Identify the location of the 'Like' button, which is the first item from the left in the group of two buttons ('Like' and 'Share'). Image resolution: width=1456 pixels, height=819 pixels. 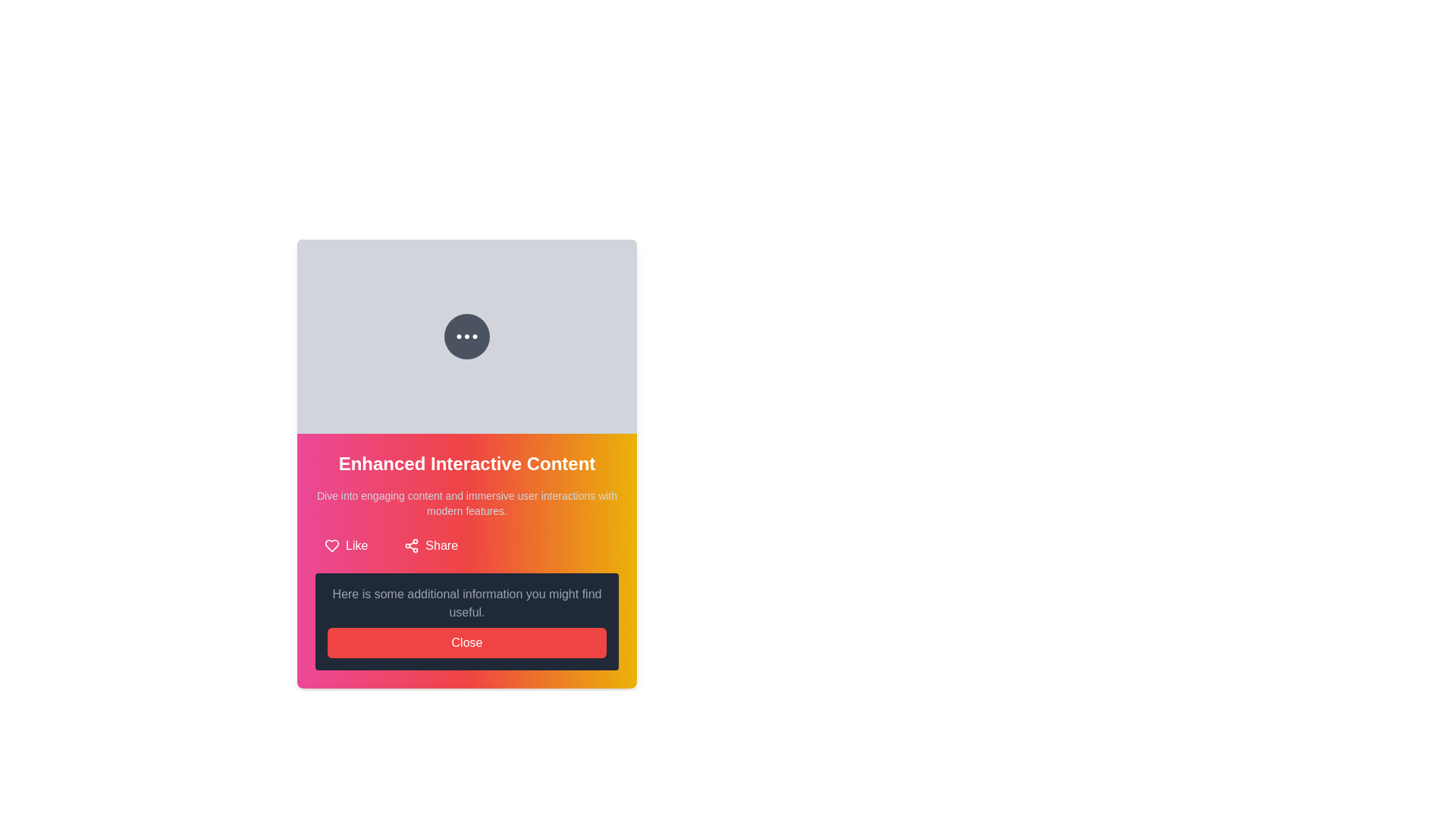
(345, 546).